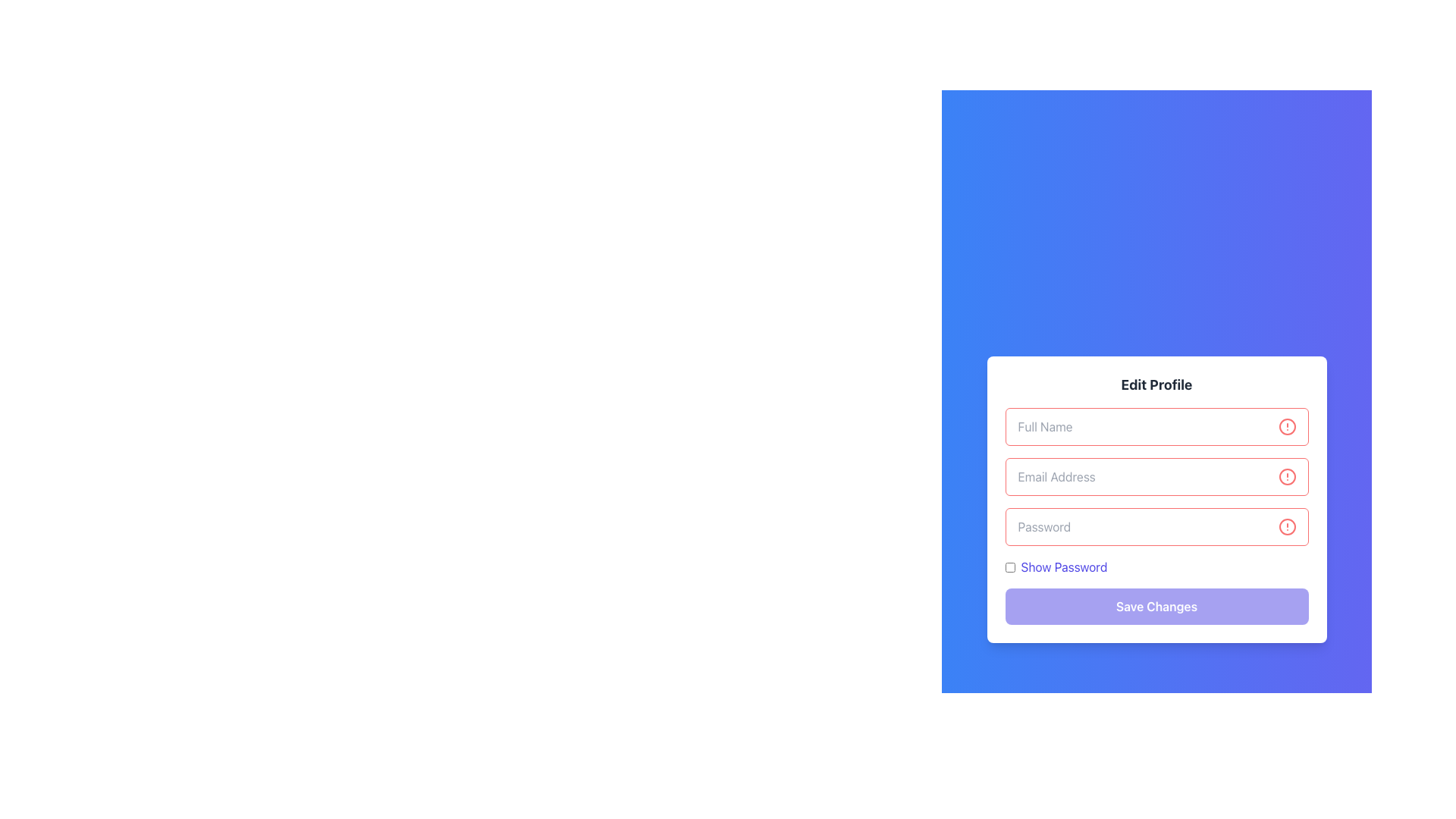  I want to click on the submit button located at the bottom of the form layout, so click(1156, 605).